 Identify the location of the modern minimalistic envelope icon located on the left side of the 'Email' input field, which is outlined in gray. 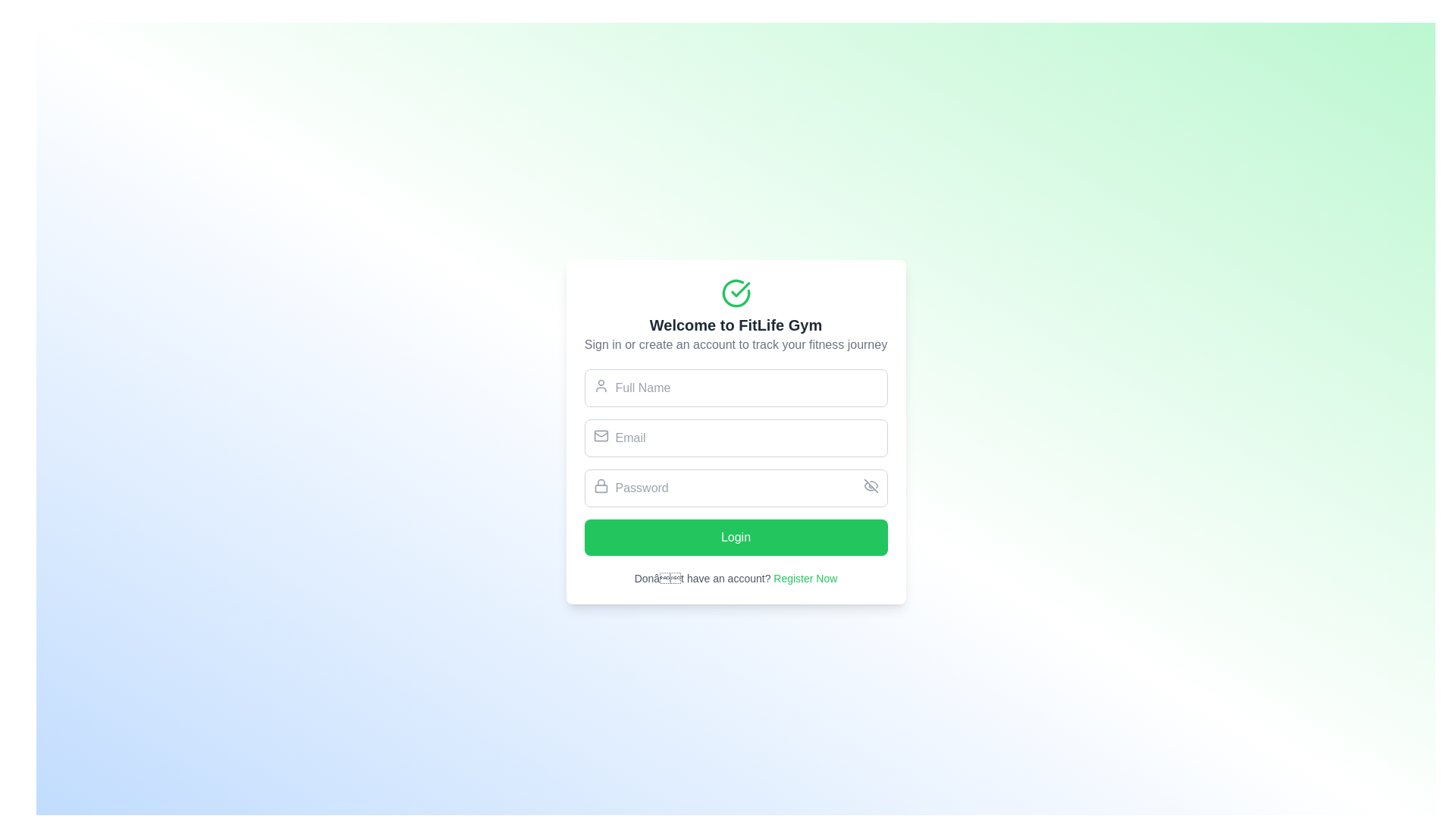
(600, 435).